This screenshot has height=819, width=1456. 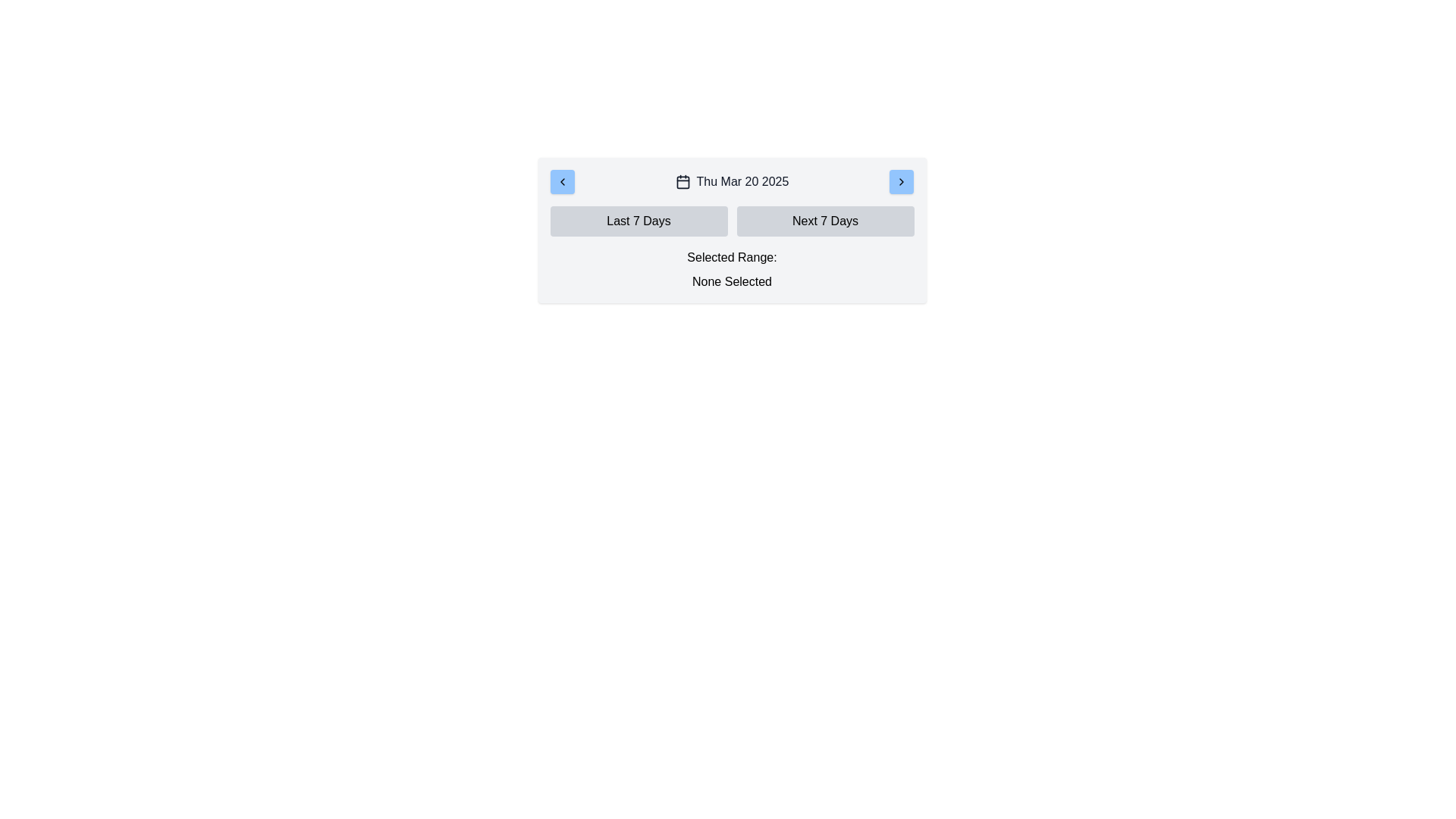 I want to click on the central rectangle of the calendar icon, which serves as the body and background for the date details, so click(x=682, y=181).